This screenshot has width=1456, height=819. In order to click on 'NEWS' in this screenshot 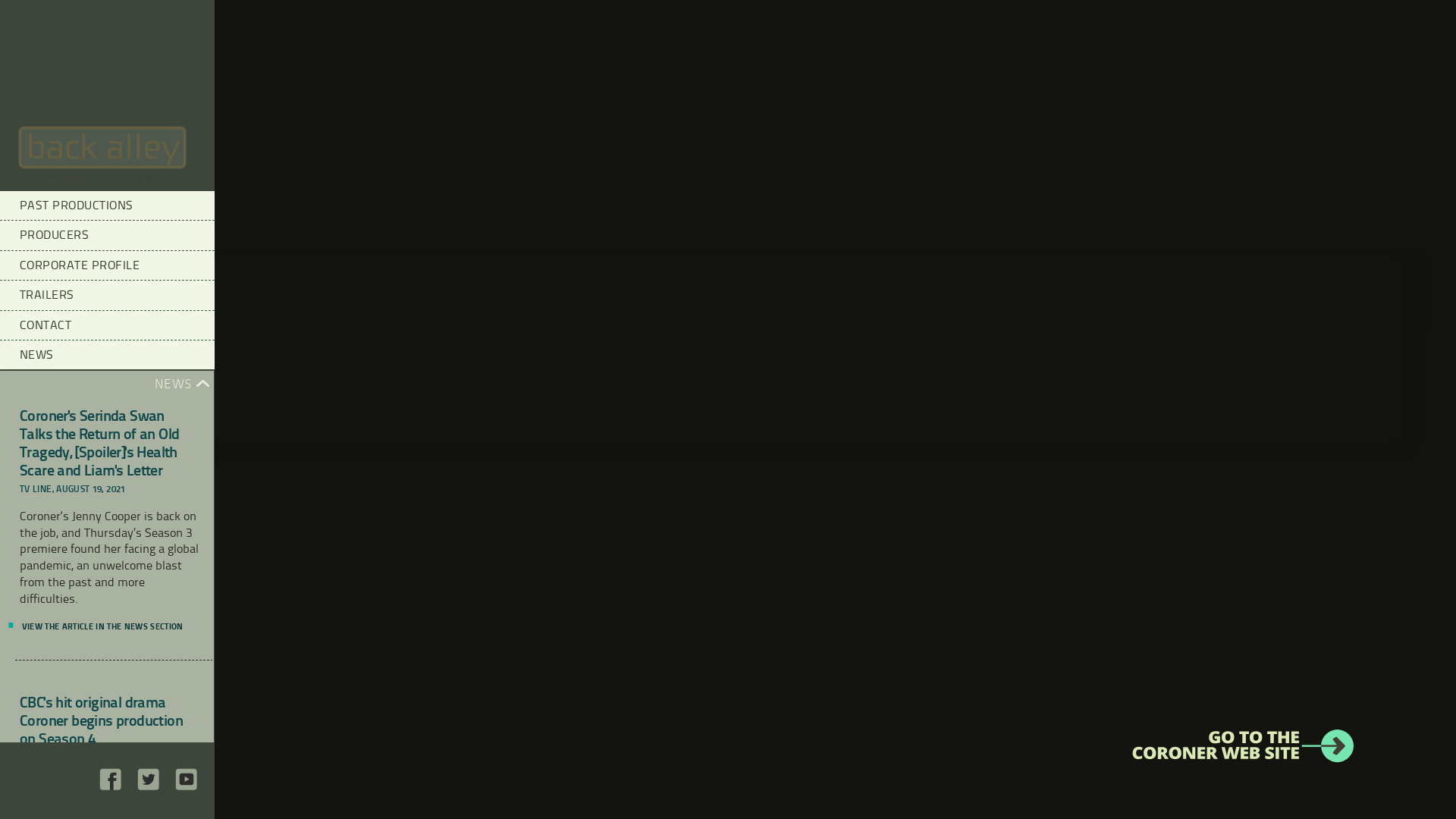, I will do `click(106, 354)`.